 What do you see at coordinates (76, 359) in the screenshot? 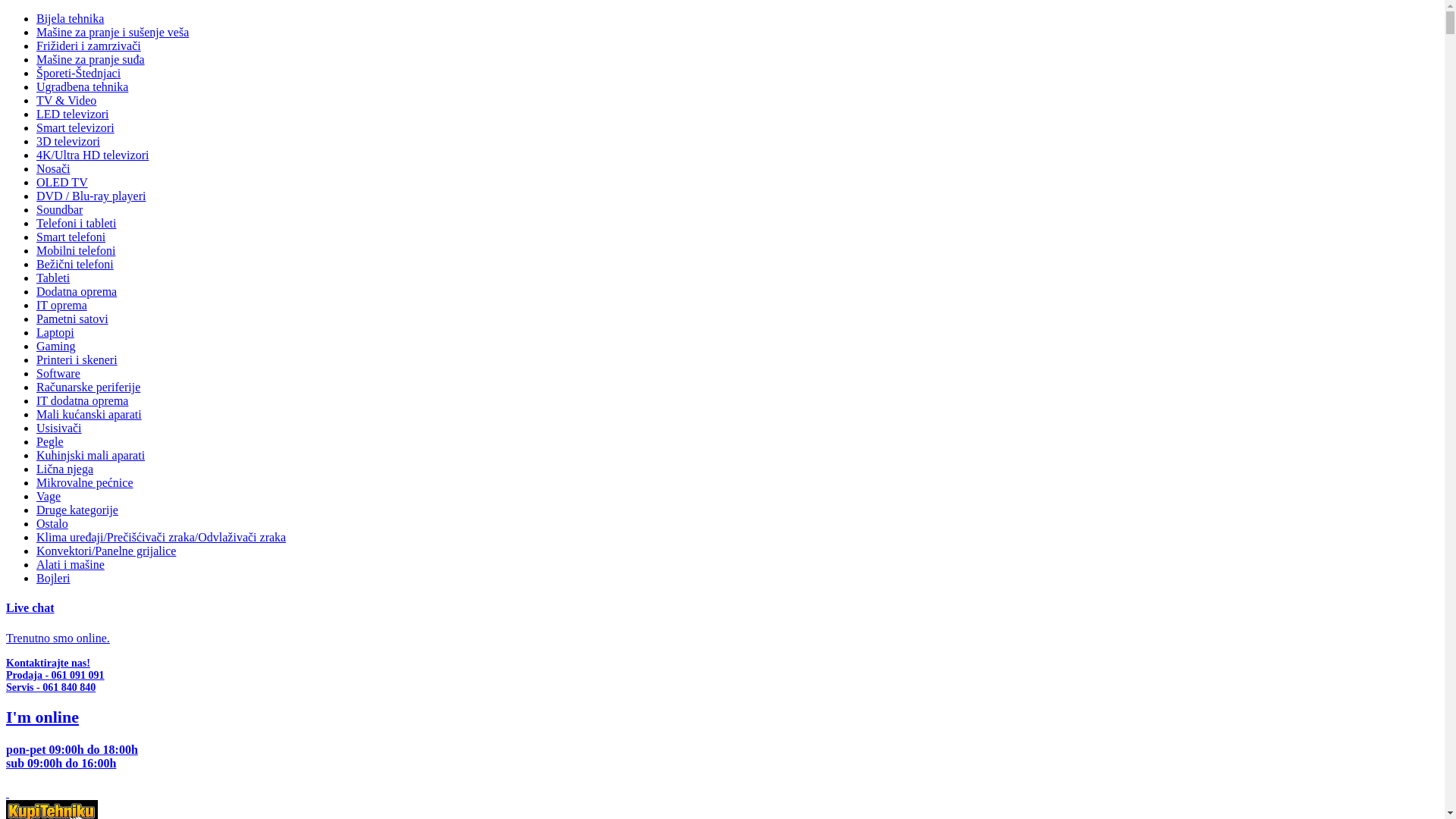
I see `'Printeri i skeneri'` at bounding box center [76, 359].